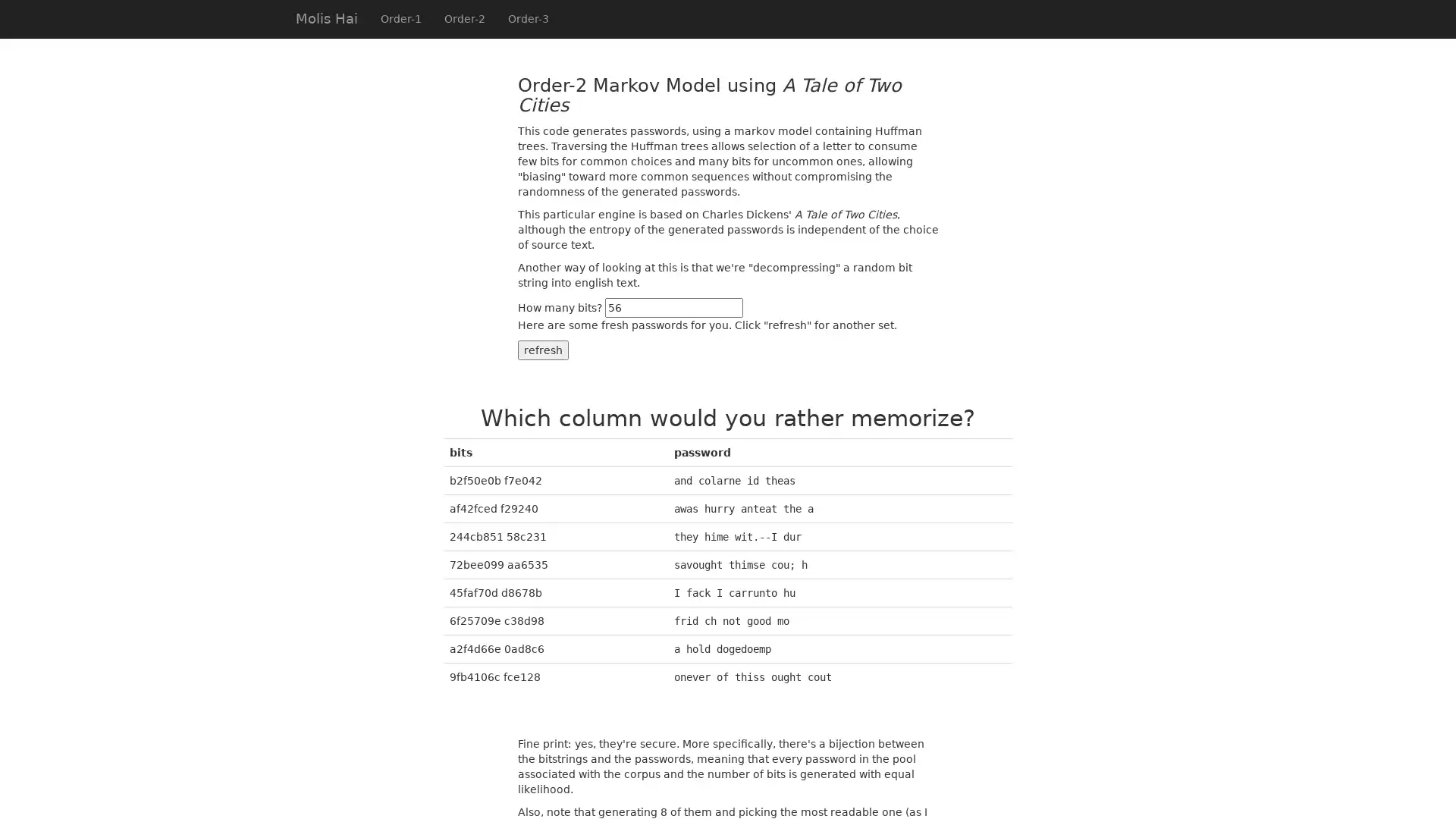 This screenshot has height=819, width=1456. What do you see at coordinates (542, 350) in the screenshot?
I see `refresh` at bounding box center [542, 350].